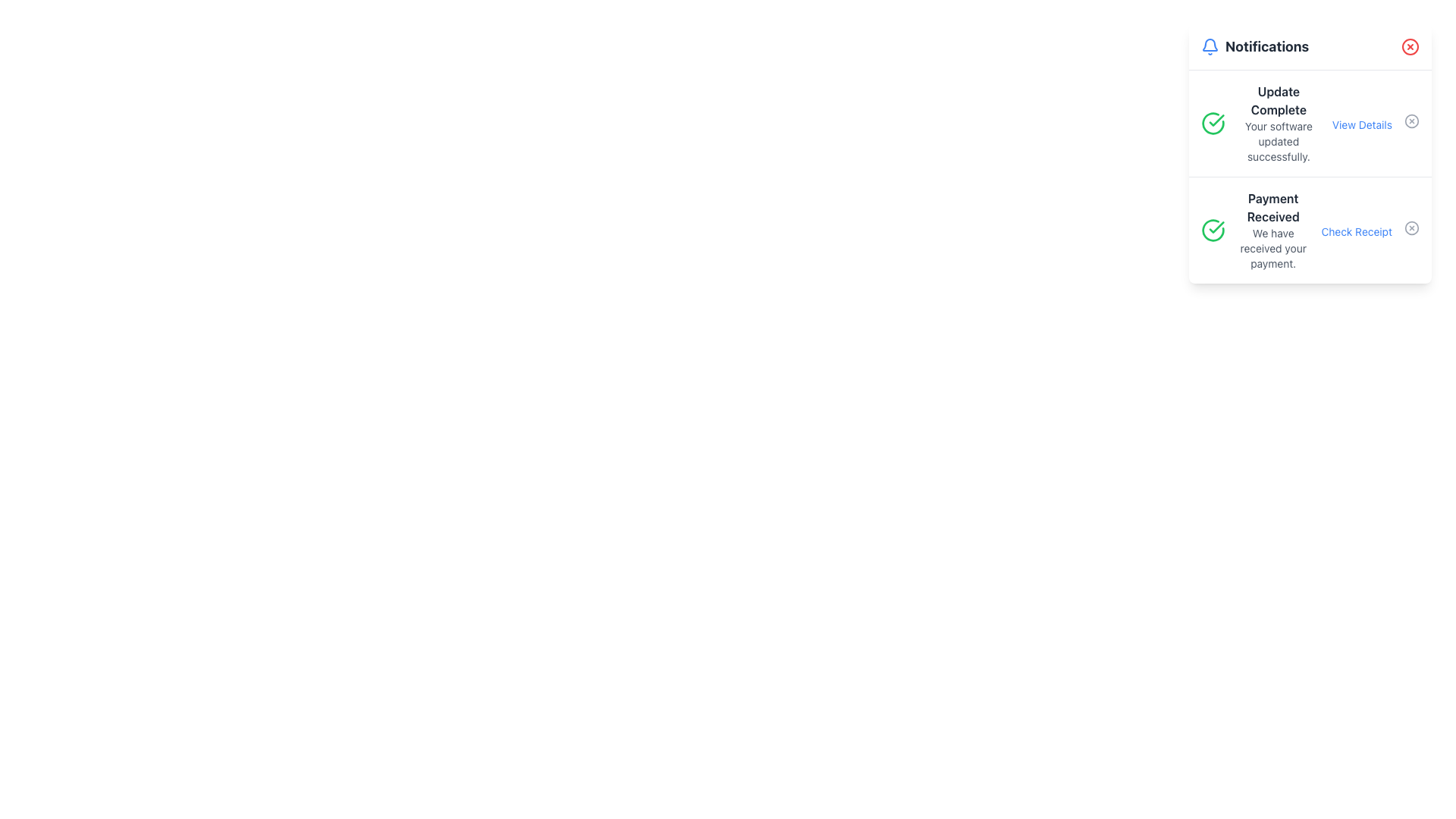 This screenshot has height=819, width=1456. Describe the element at coordinates (1216, 227) in the screenshot. I see `the green checkmark icon within the second notification item in the notification panel to indicate confirmation` at that location.